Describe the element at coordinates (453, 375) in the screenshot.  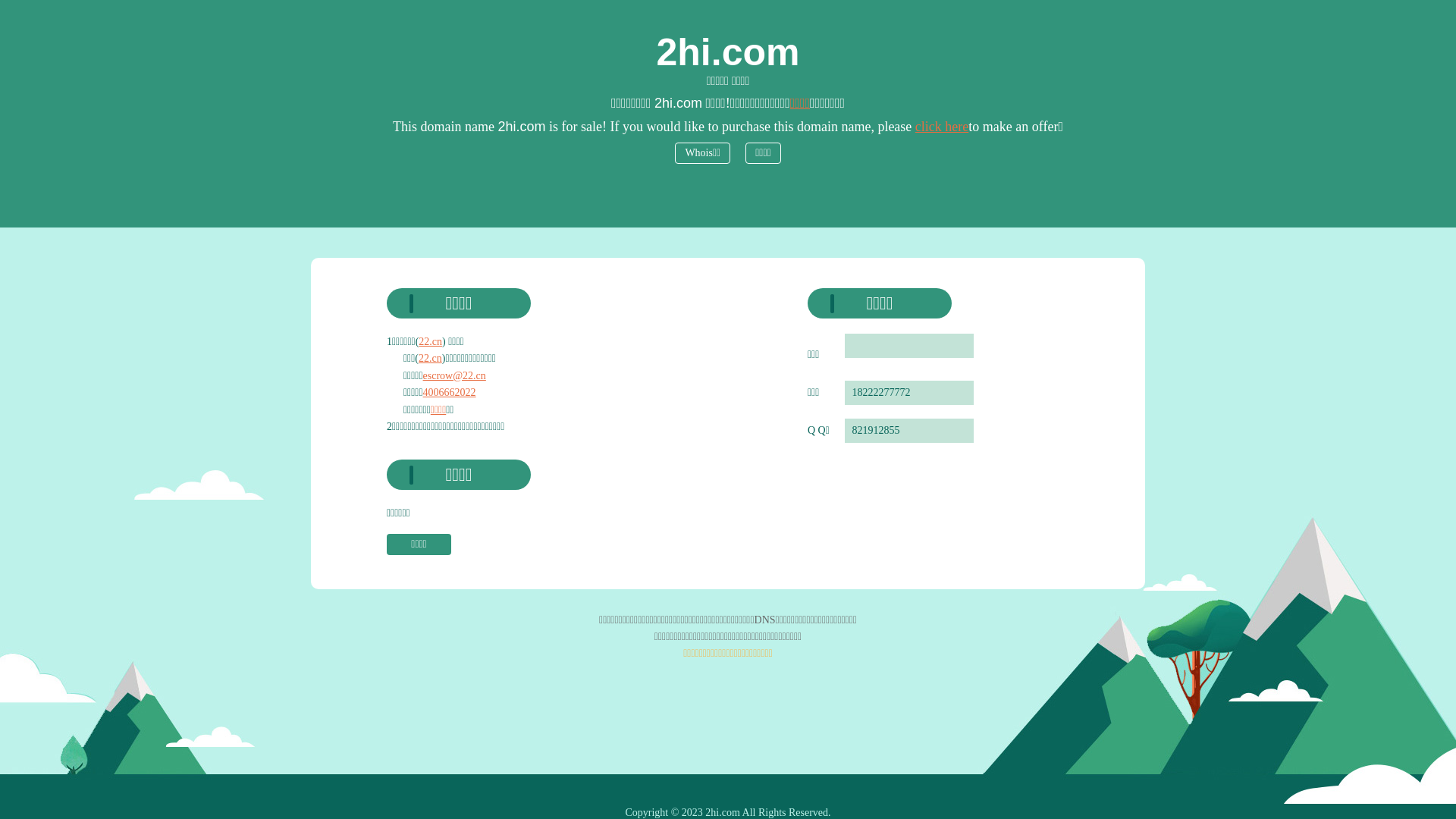
I see `'escrow@22.cn'` at that location.